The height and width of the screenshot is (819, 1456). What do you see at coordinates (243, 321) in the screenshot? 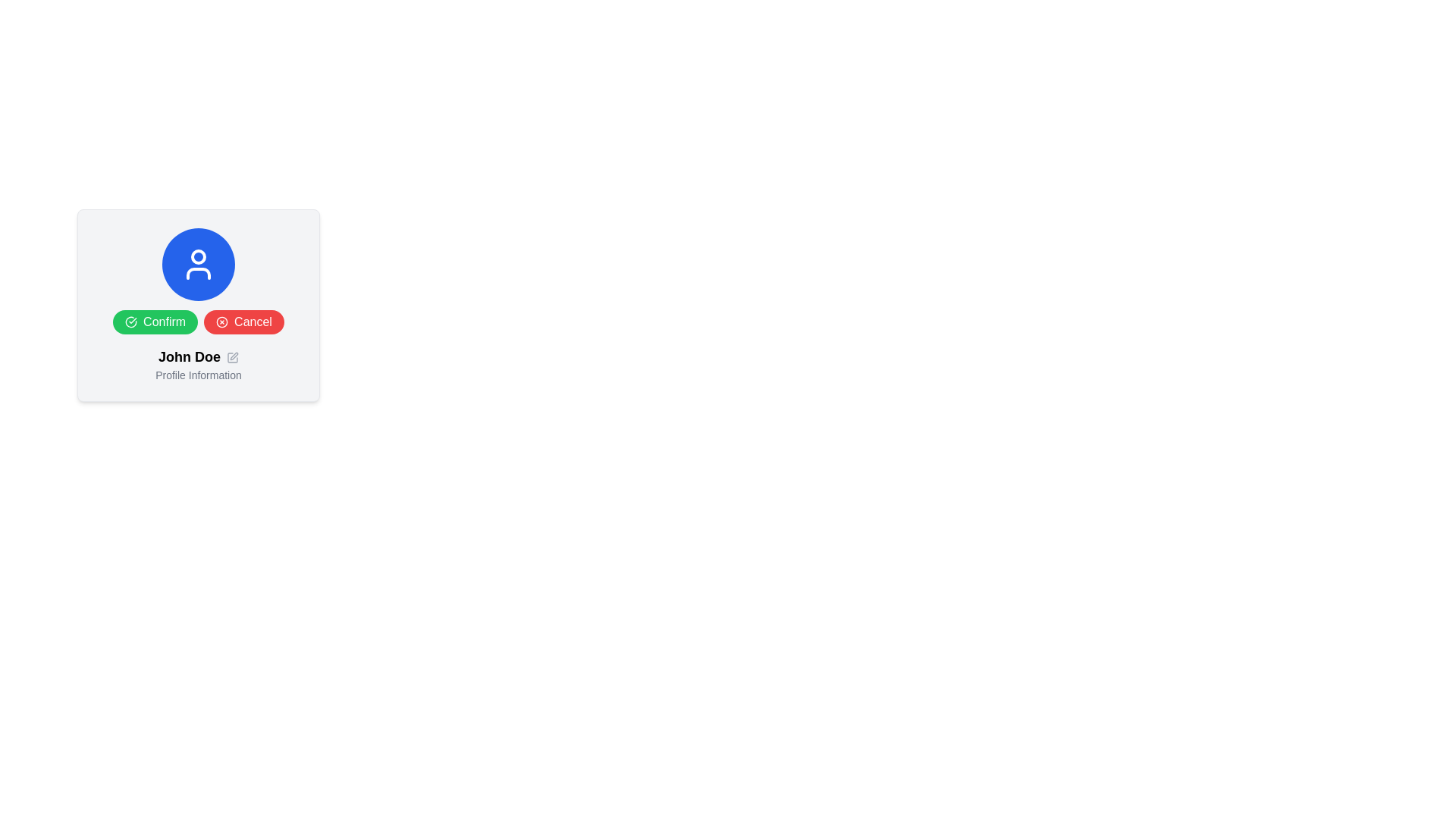
I see `the 'Cancel' button located directly to the right of the green 'Confirm' button` at bounding box center [243, 321].